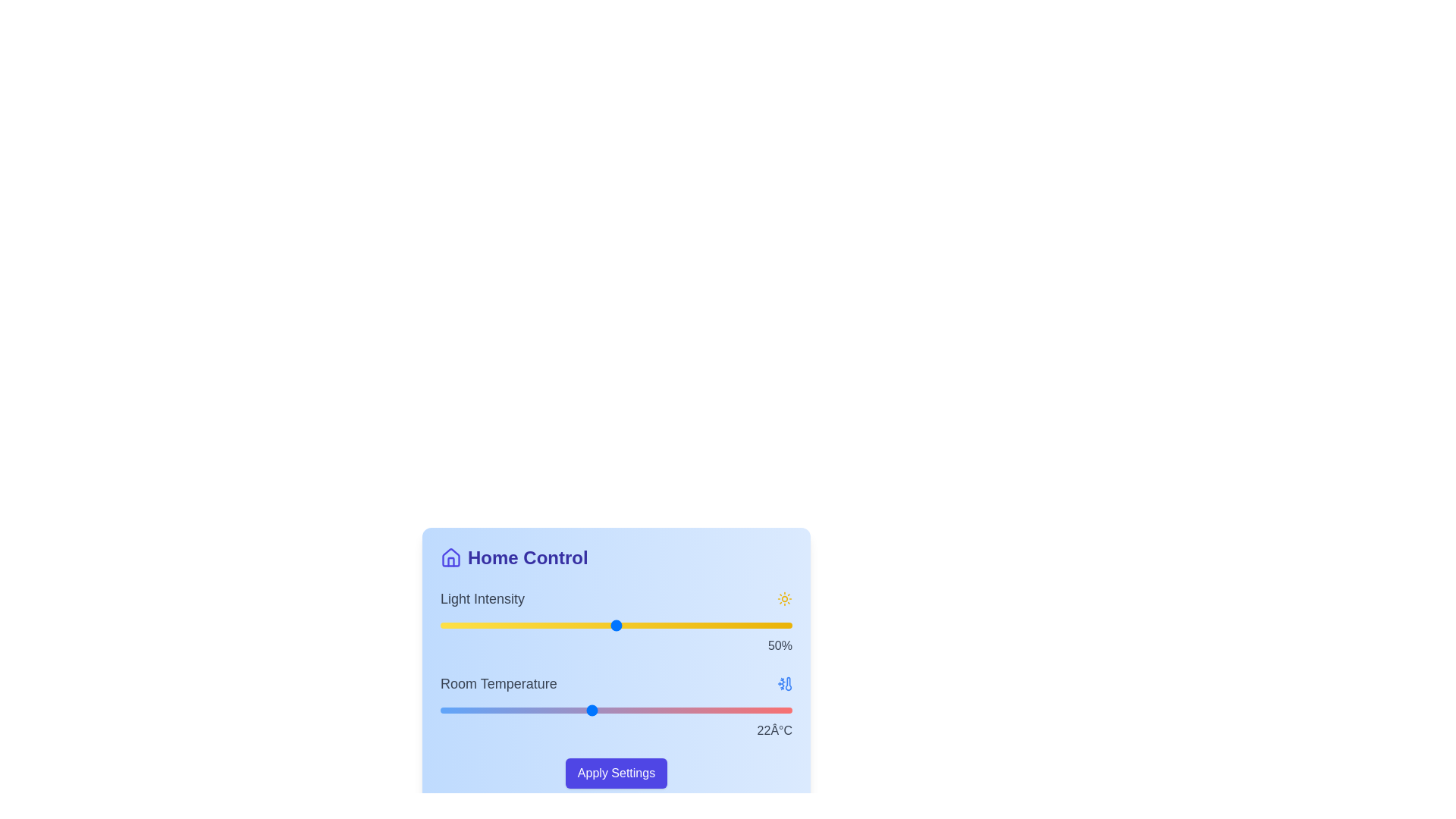 This screenshot has width=1456, height=819. What do you see at coordinates (566, 626) in the screenshot?
I see `the light intensity slider to 36%` at bounding box center [566, 626].